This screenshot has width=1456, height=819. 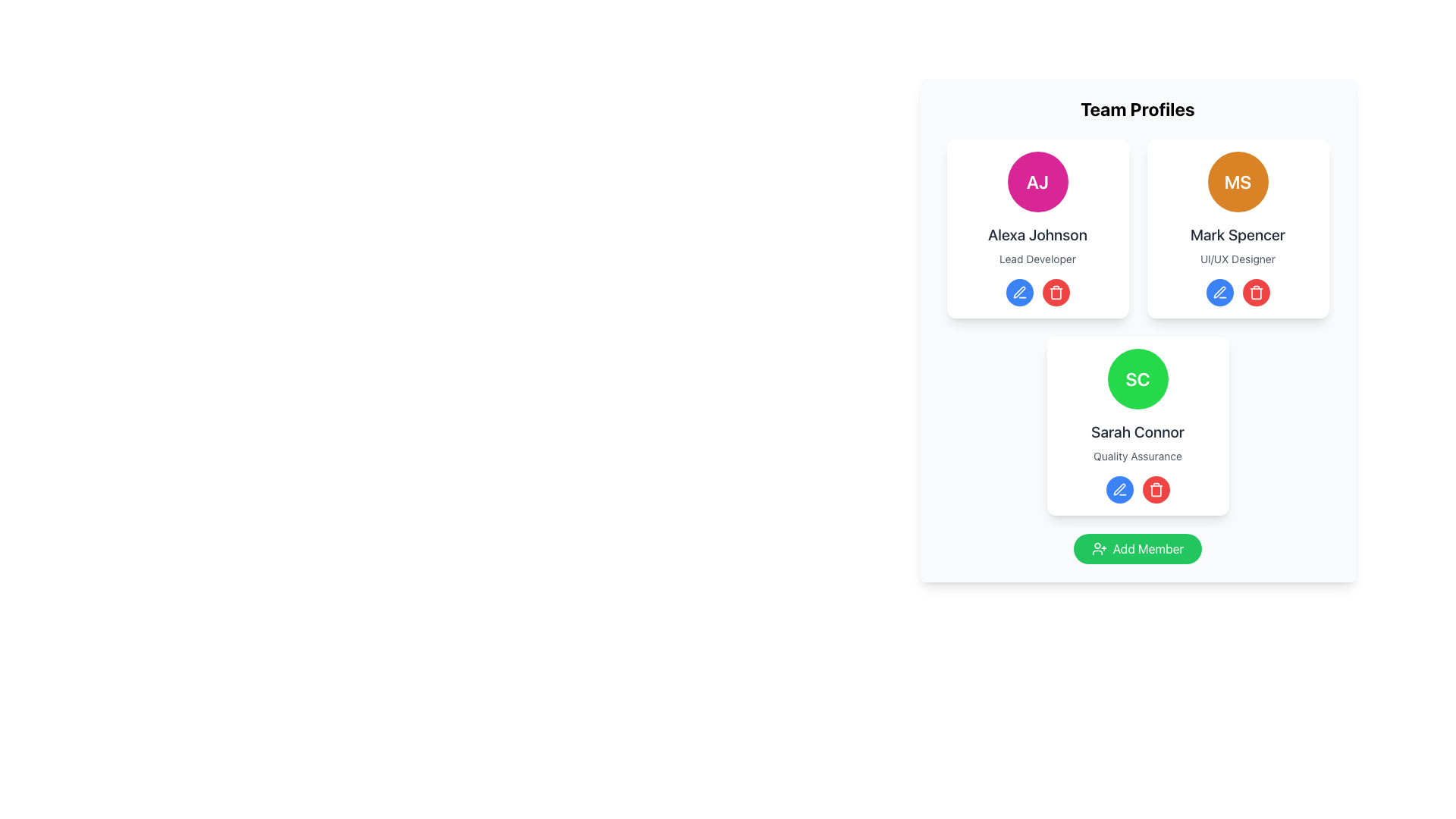 I want to click on the circular Avatar Badge with a magenta background and white 'AJ' text, located in the top-left profile card above the name 'Alexa Johnson', so click(x=1037, y=180).